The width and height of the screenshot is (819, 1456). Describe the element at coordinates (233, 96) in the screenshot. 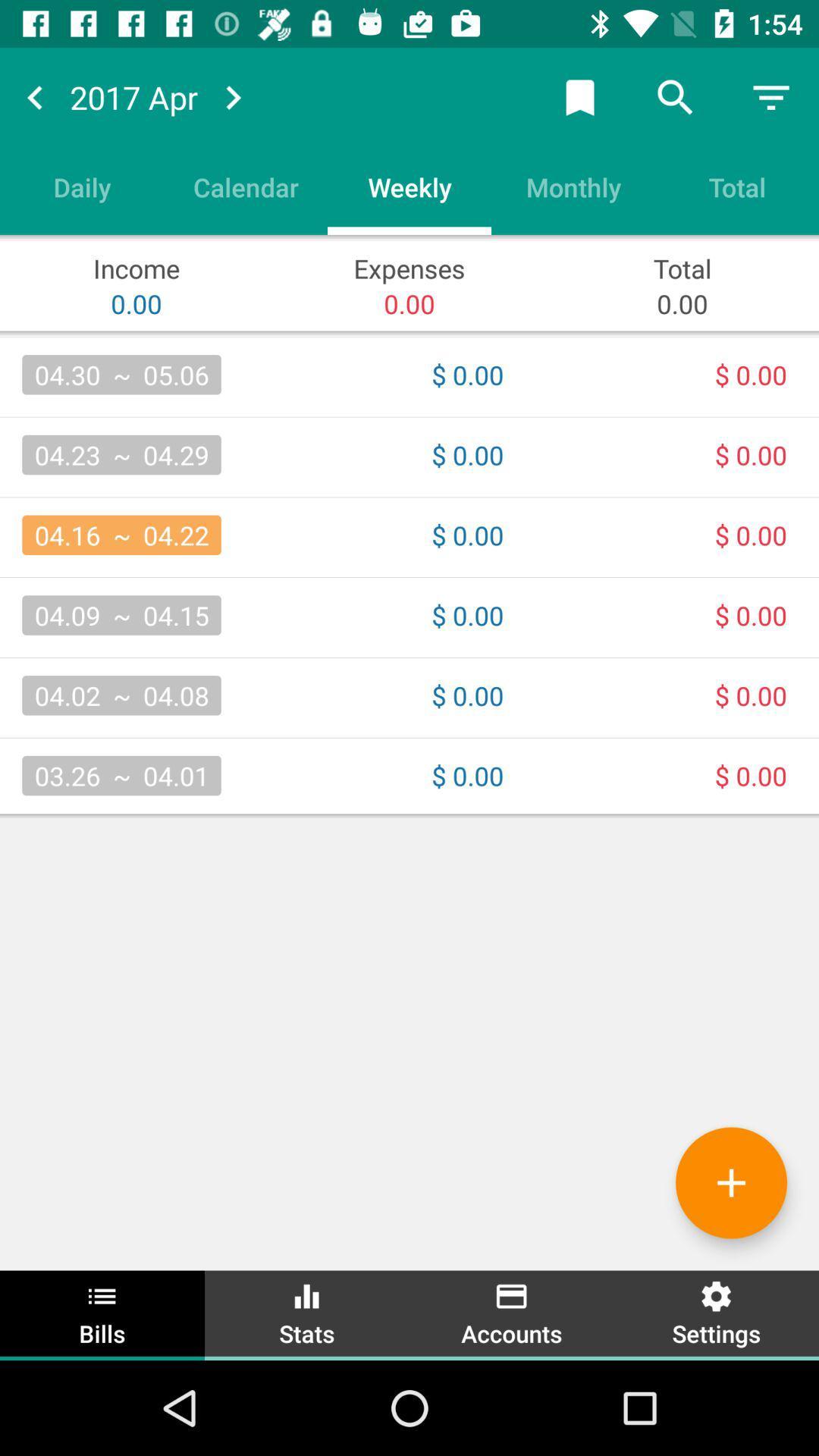

I see `go forward` at that location.